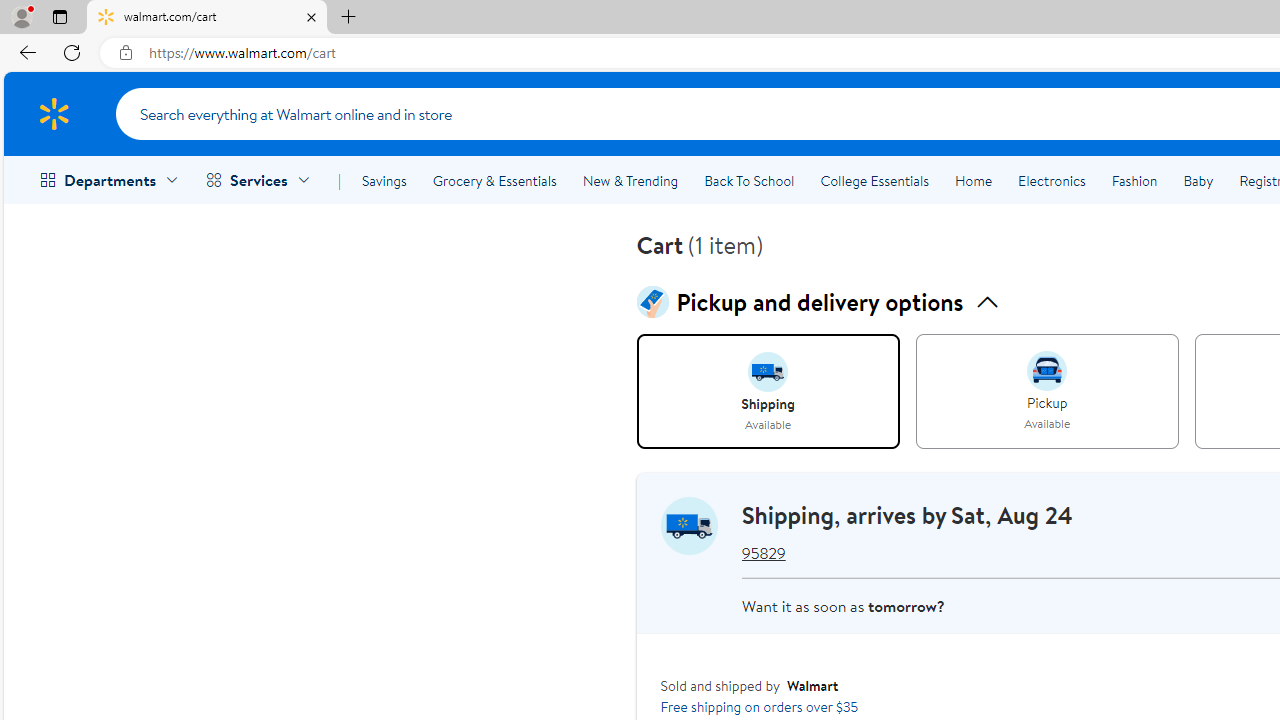  Describe the element at coordinates (53, 113) in the screenshot. I see `'Walmart Homepage'` at that location.